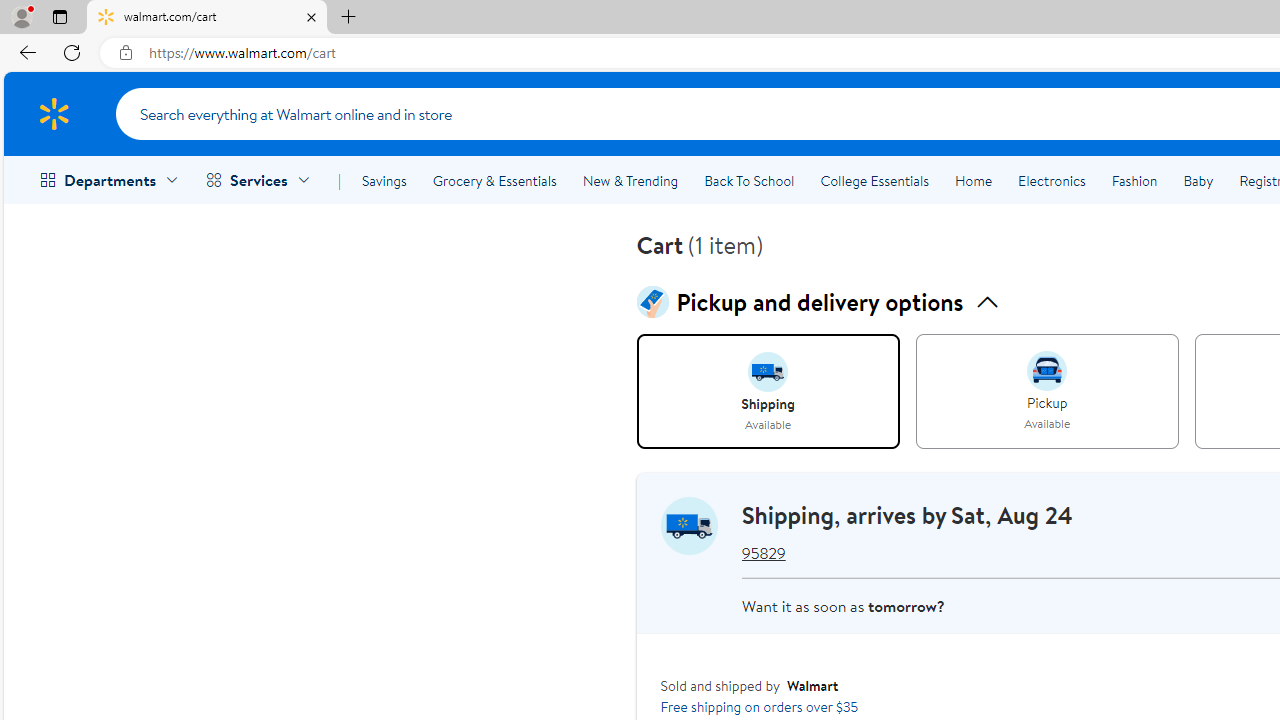  Describe the element at coordinates (53, 113) in the screenshot. I see `'Walmart Homepage'` at that location.